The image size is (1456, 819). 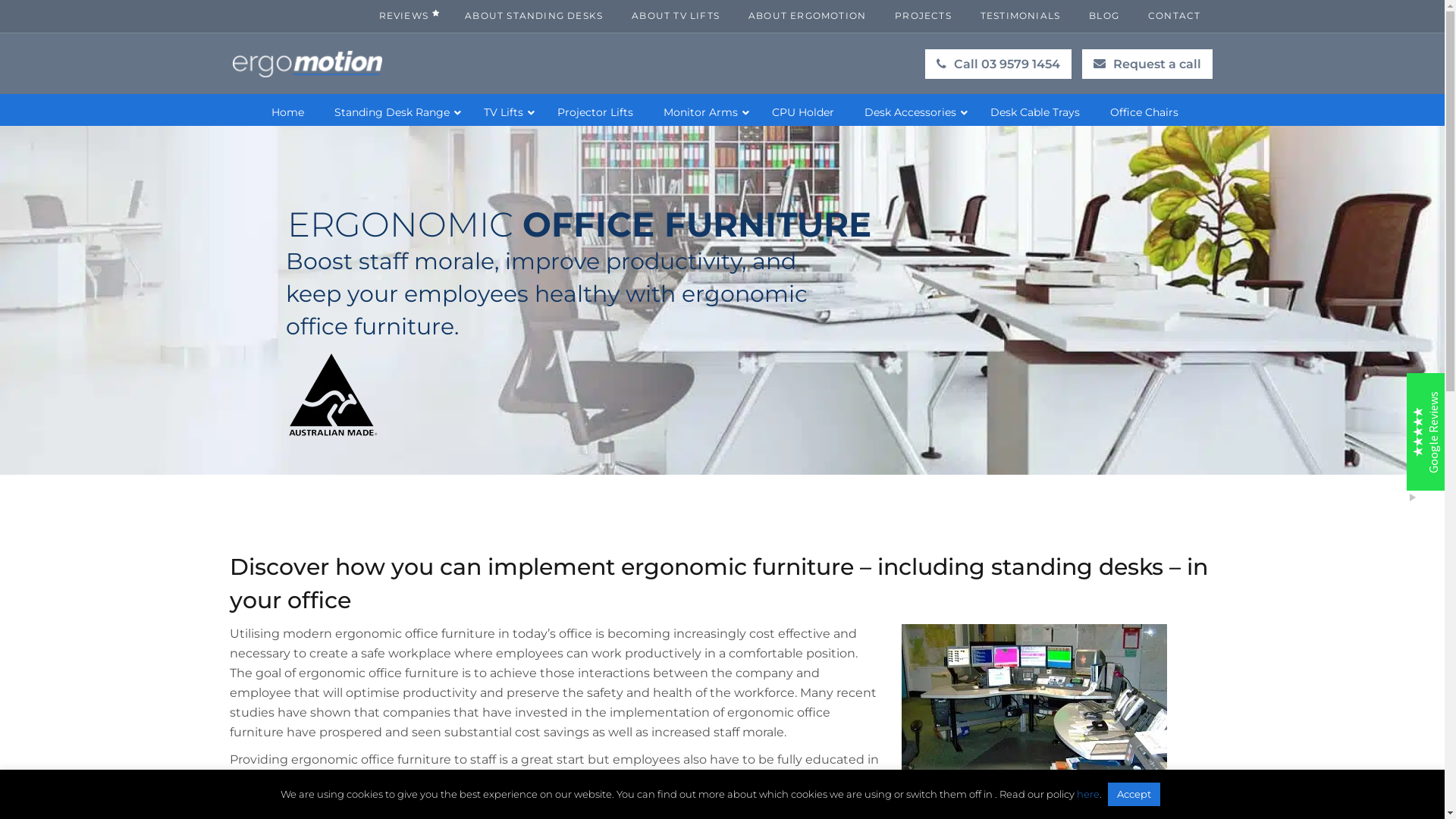 I want to click on 'ABOUT STANDING DESKS', so click(x=450, y=15).